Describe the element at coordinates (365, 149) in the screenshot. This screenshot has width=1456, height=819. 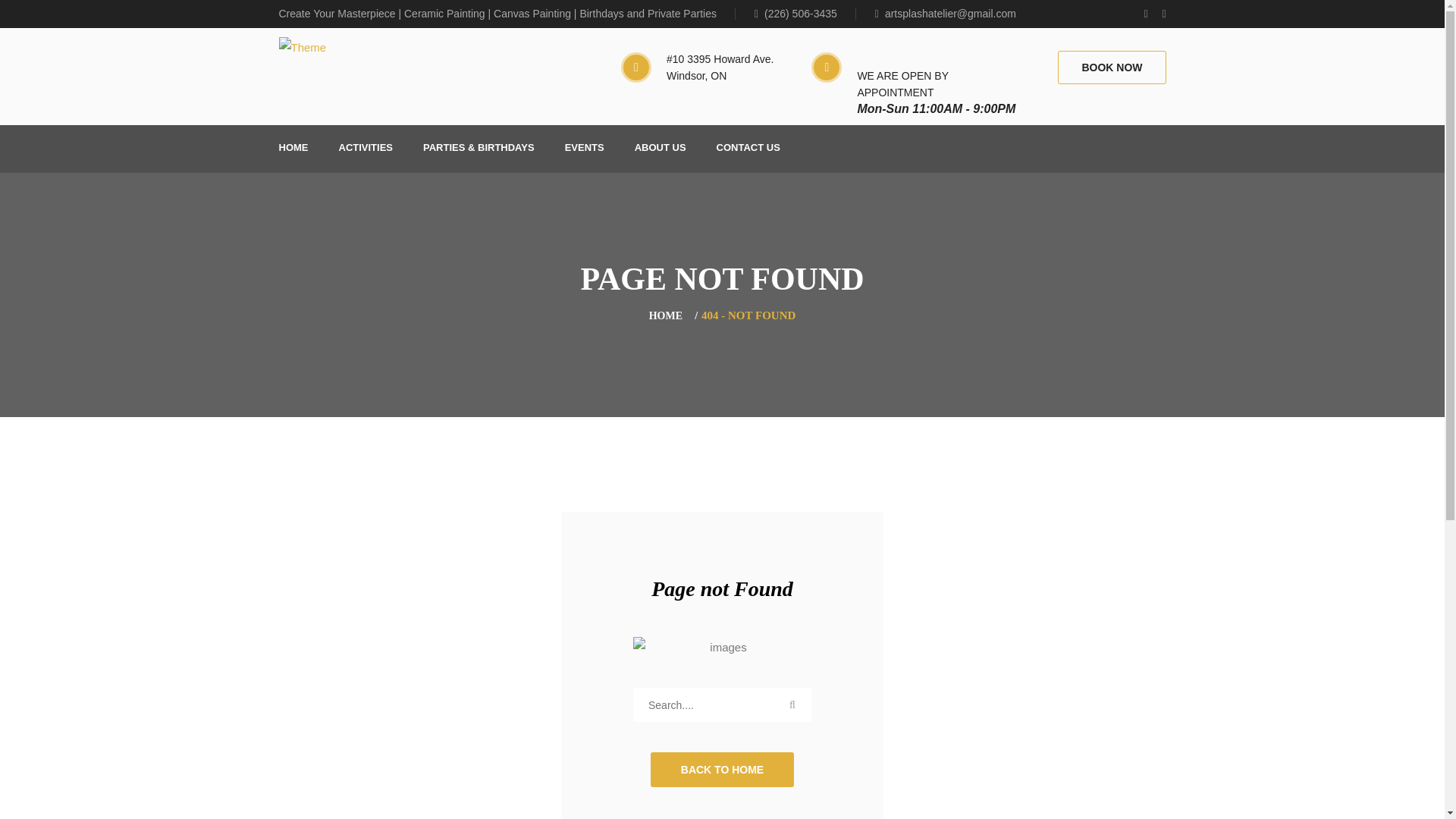
I see `'ACTIVITIES'` at that location.